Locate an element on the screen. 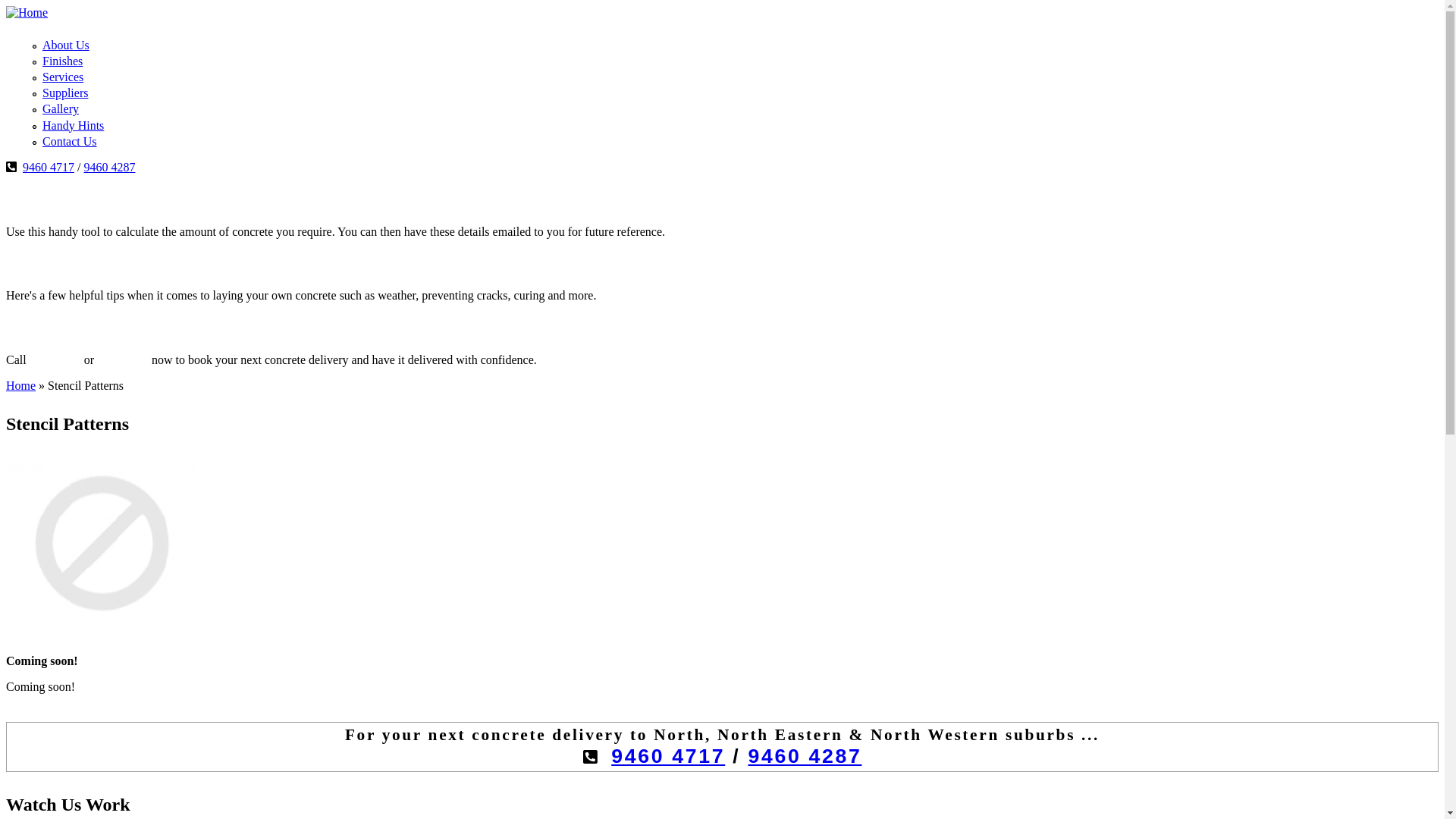 The width and height of the screenshot is (1456, 819). 'Finishes' is located at coordinates (61, 60).